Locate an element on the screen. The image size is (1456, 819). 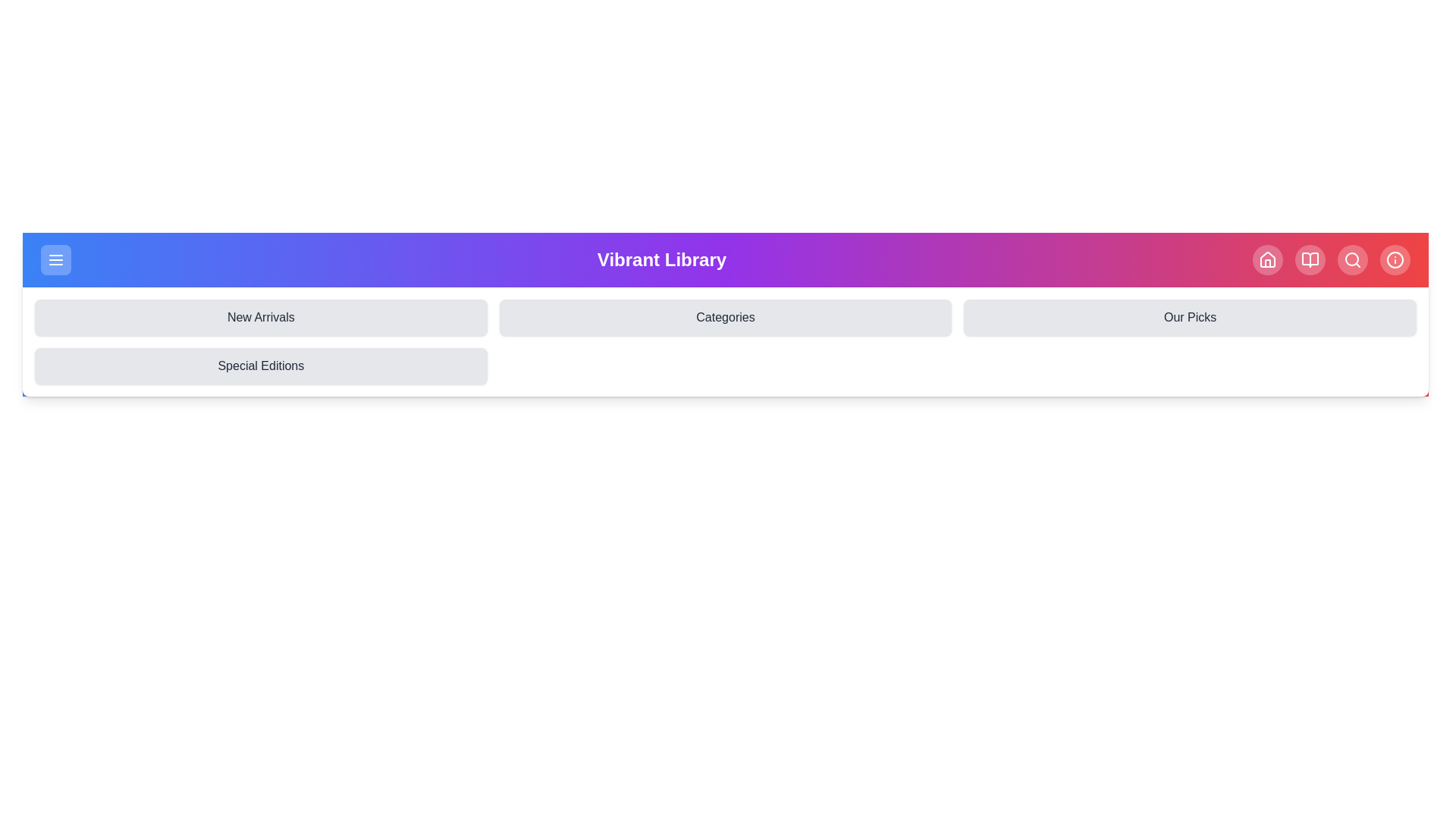
the Our Picks button to activate it is located at coordinates (1189, 317).